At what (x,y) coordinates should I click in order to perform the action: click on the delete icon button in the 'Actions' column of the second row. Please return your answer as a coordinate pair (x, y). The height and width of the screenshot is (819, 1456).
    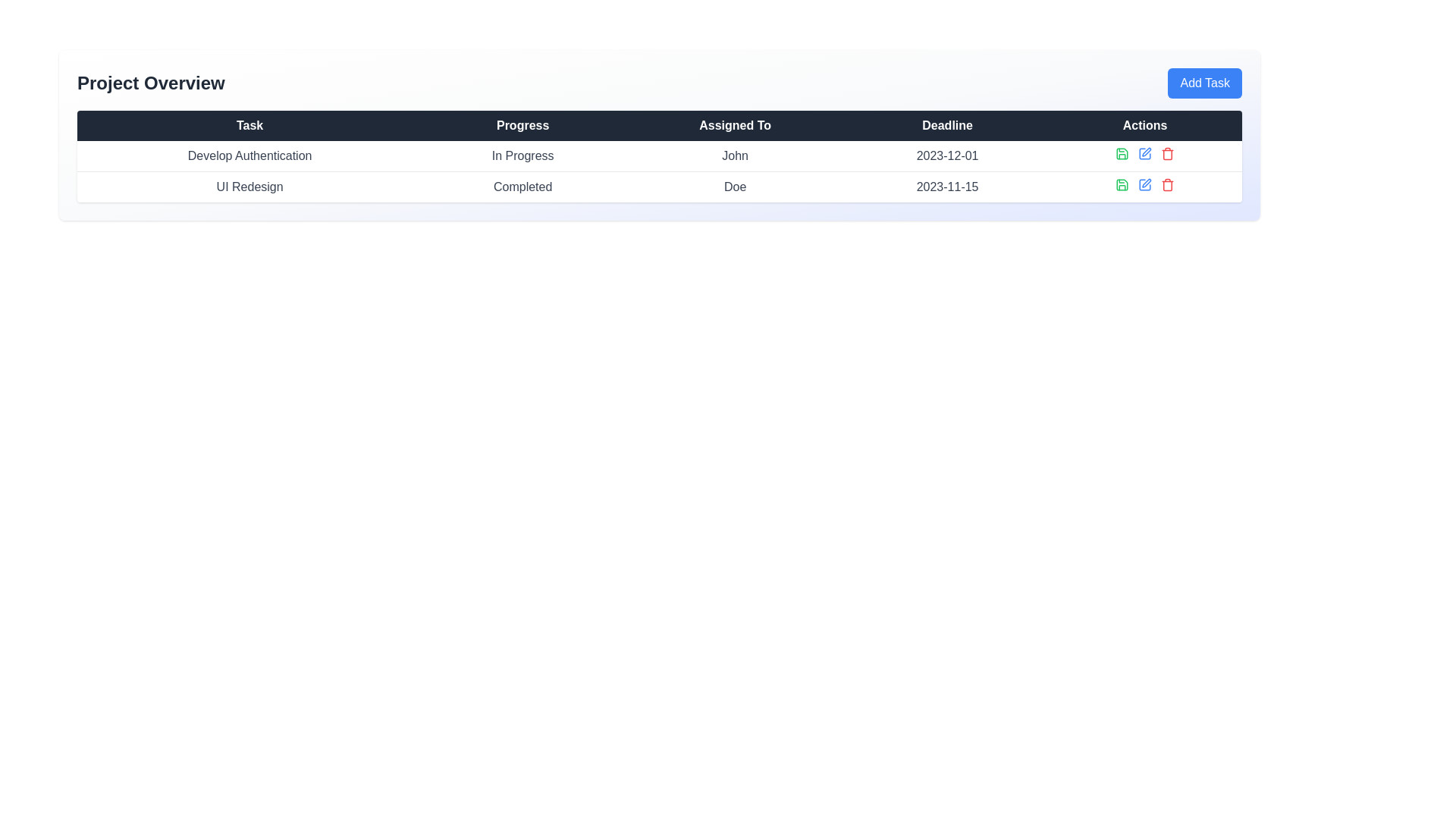
    Looking at the image, I should click on (1167, 184).